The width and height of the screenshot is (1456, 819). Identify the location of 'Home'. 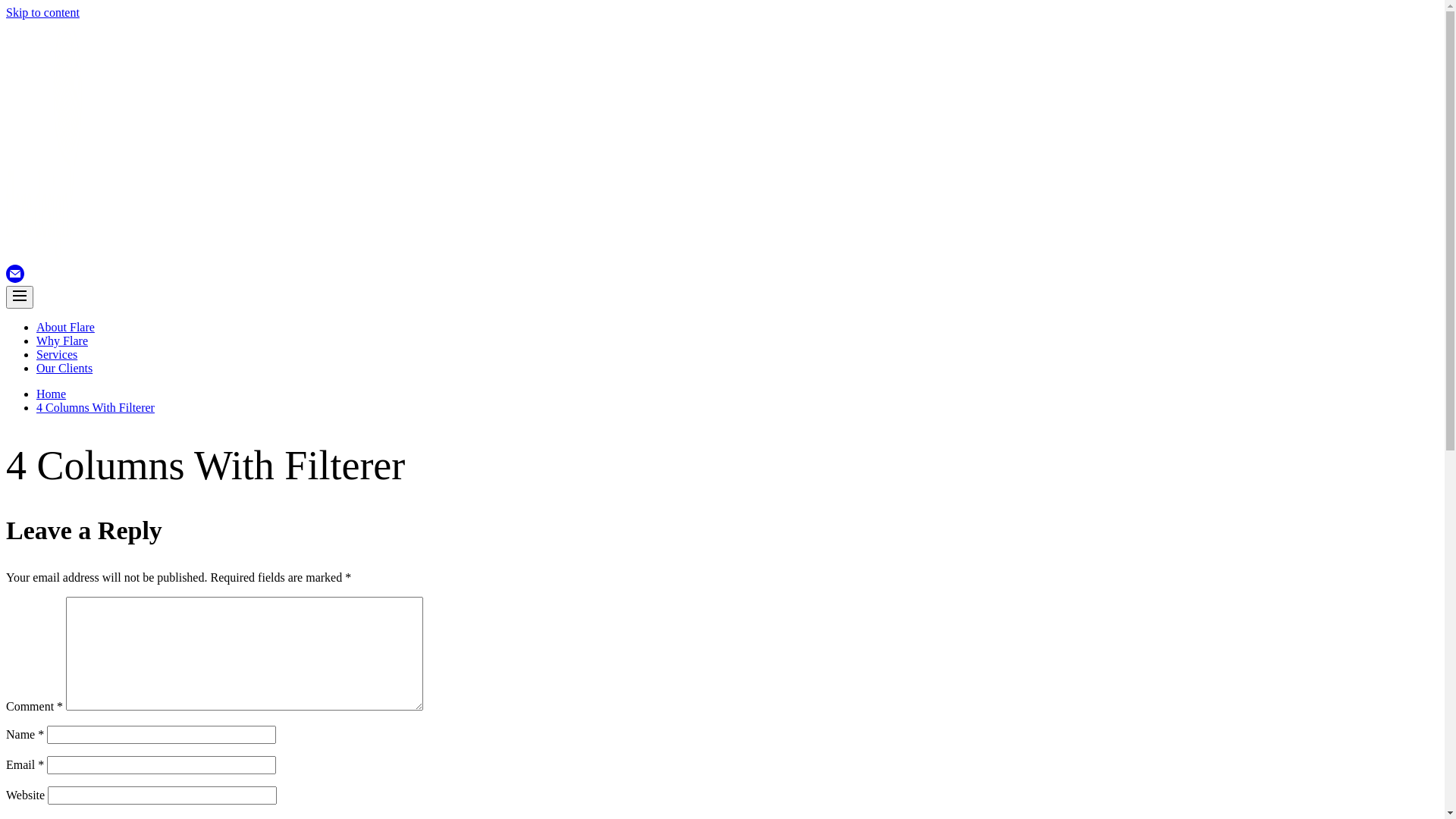
(36, 393).